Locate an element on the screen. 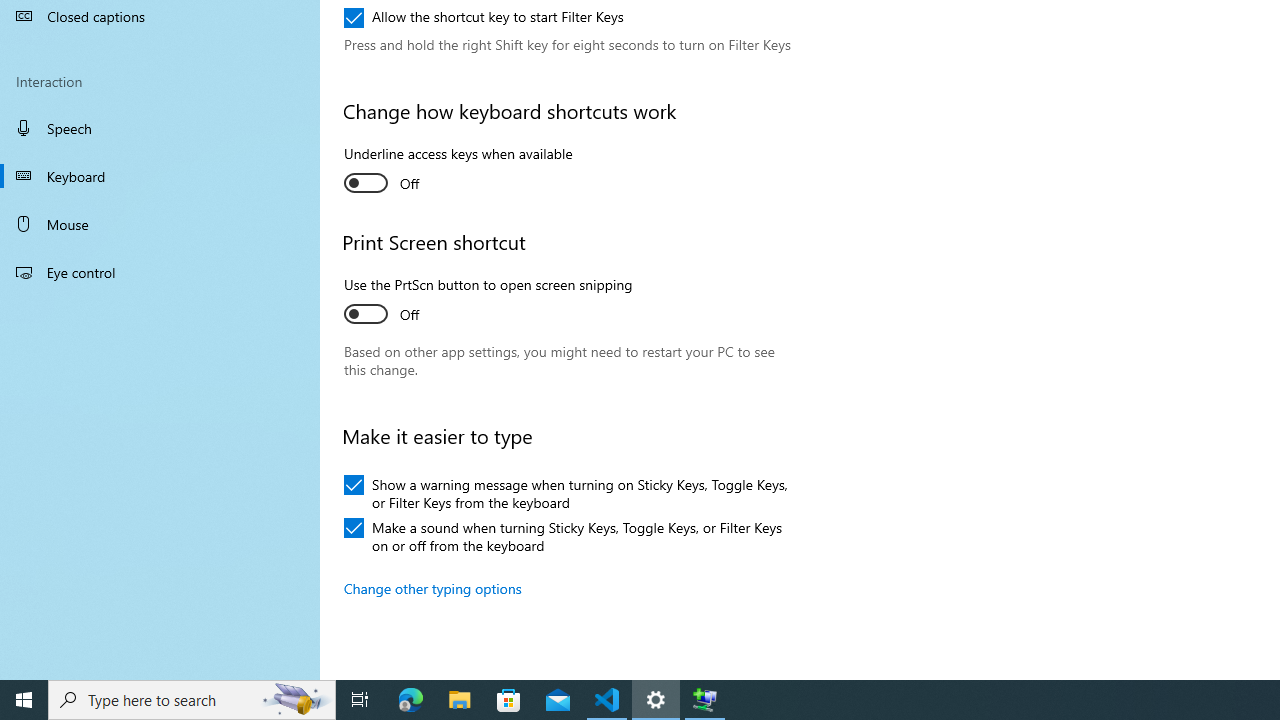 The height and width of the screenshot is (720, 1280). 'Type here to search' is located at coordinates (192, 698).